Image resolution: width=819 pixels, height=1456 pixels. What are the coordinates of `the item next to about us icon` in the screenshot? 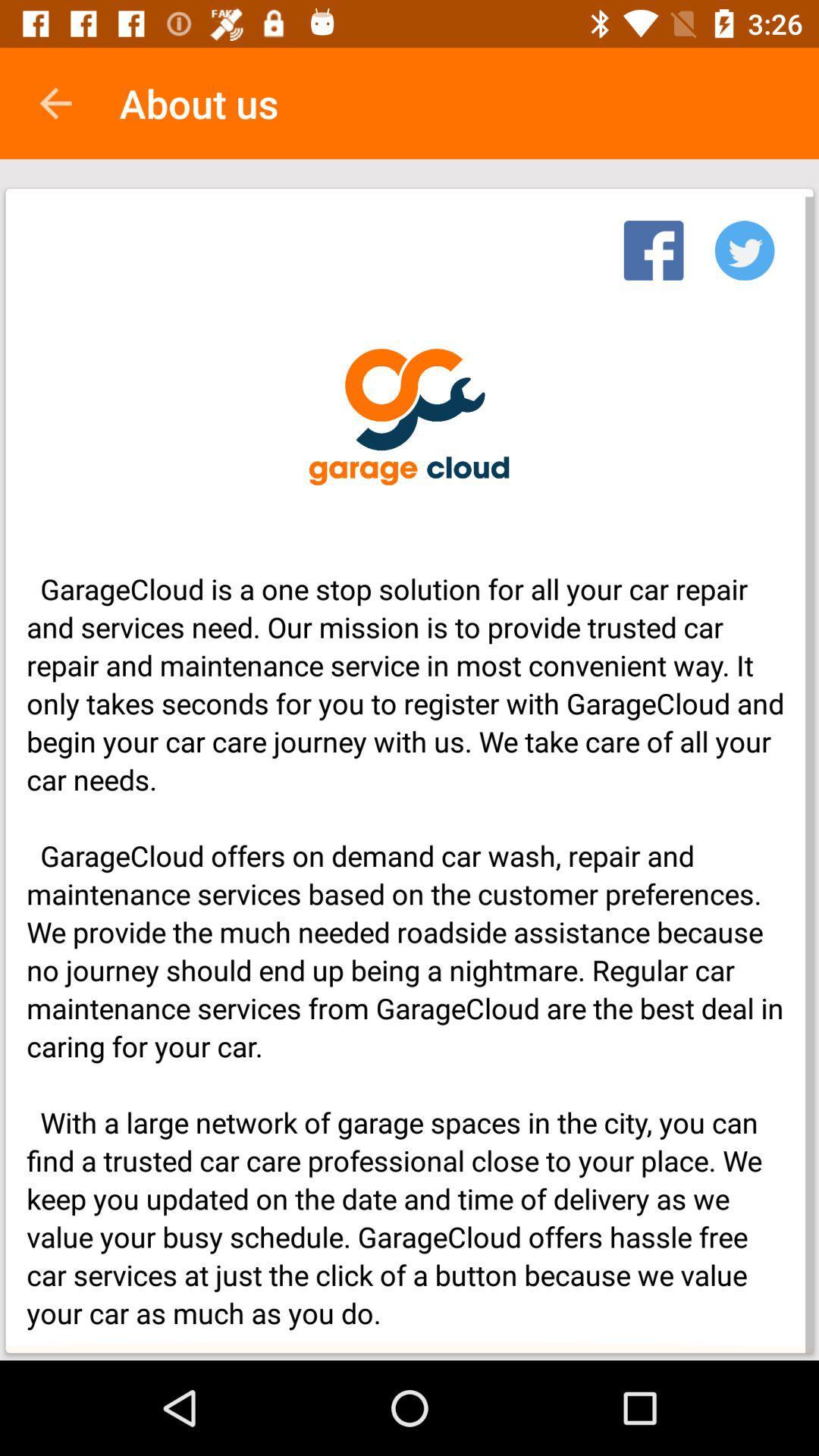 It's located at (55, 102).